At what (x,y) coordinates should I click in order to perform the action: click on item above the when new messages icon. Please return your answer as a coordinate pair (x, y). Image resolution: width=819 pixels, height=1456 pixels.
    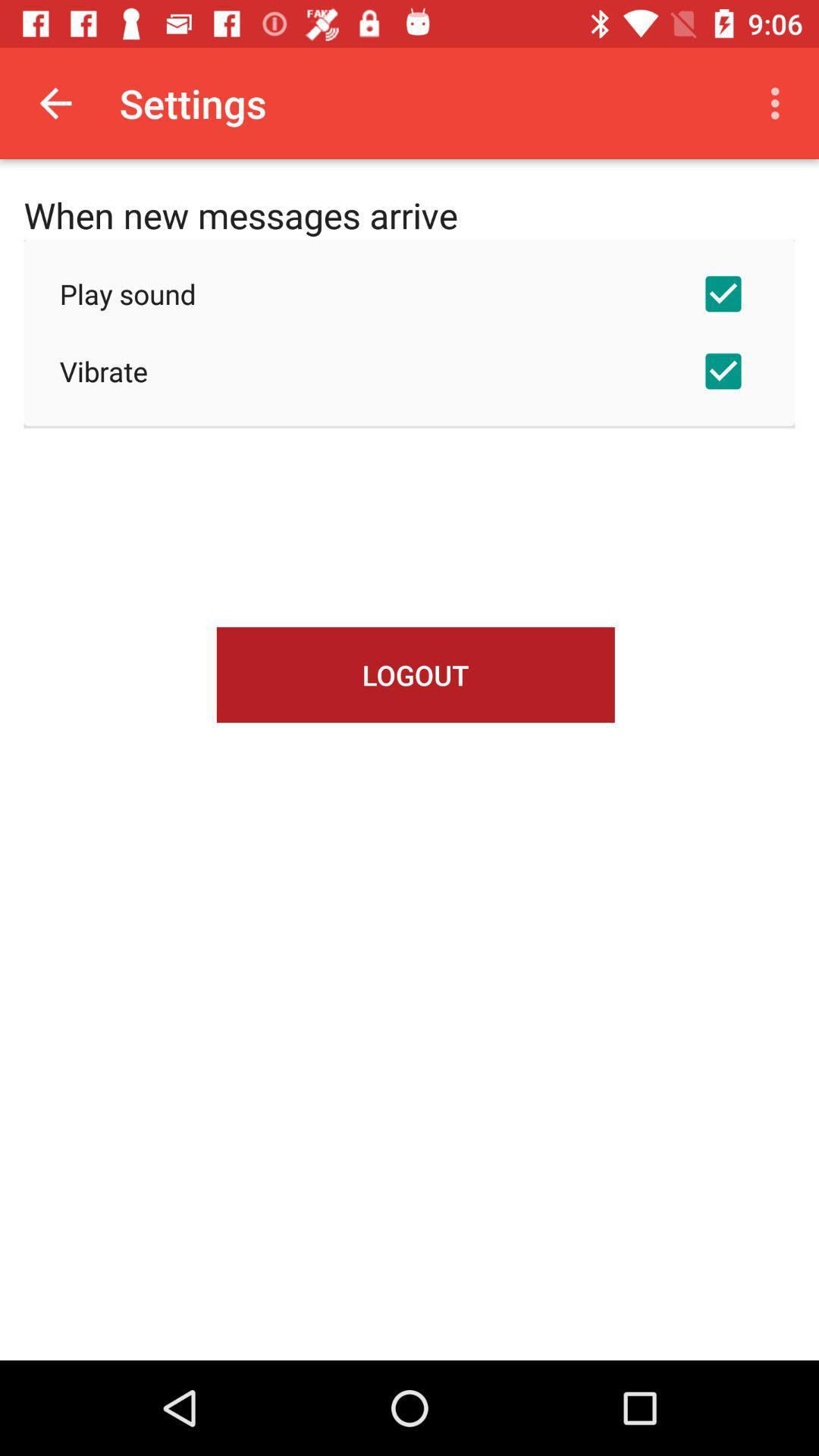
    Looking at the image, I should click on (55, 102).